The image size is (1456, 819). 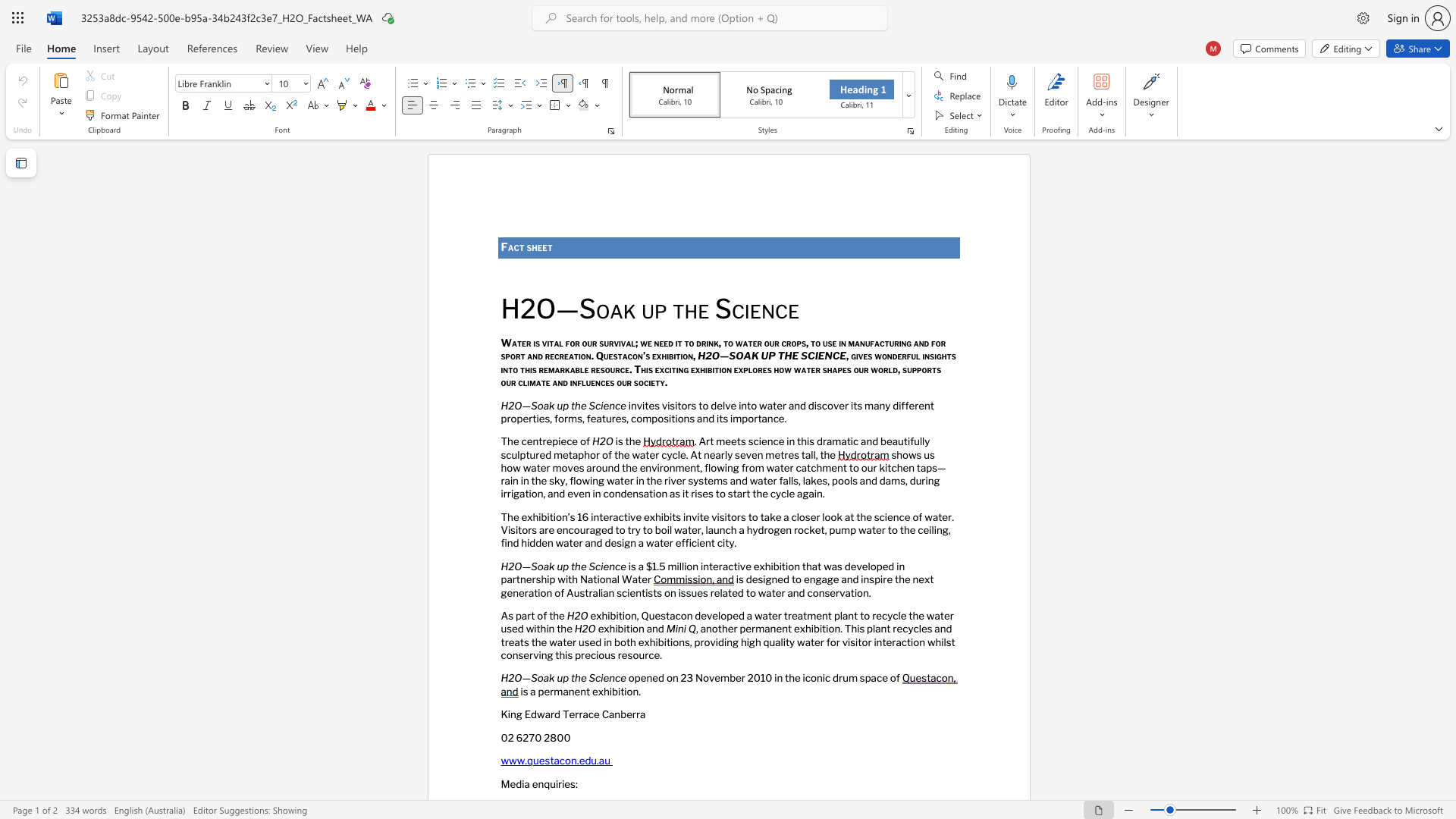 I want to click on the space between the continuous character "H" and "2" in the text, so click(x=507, y=677).